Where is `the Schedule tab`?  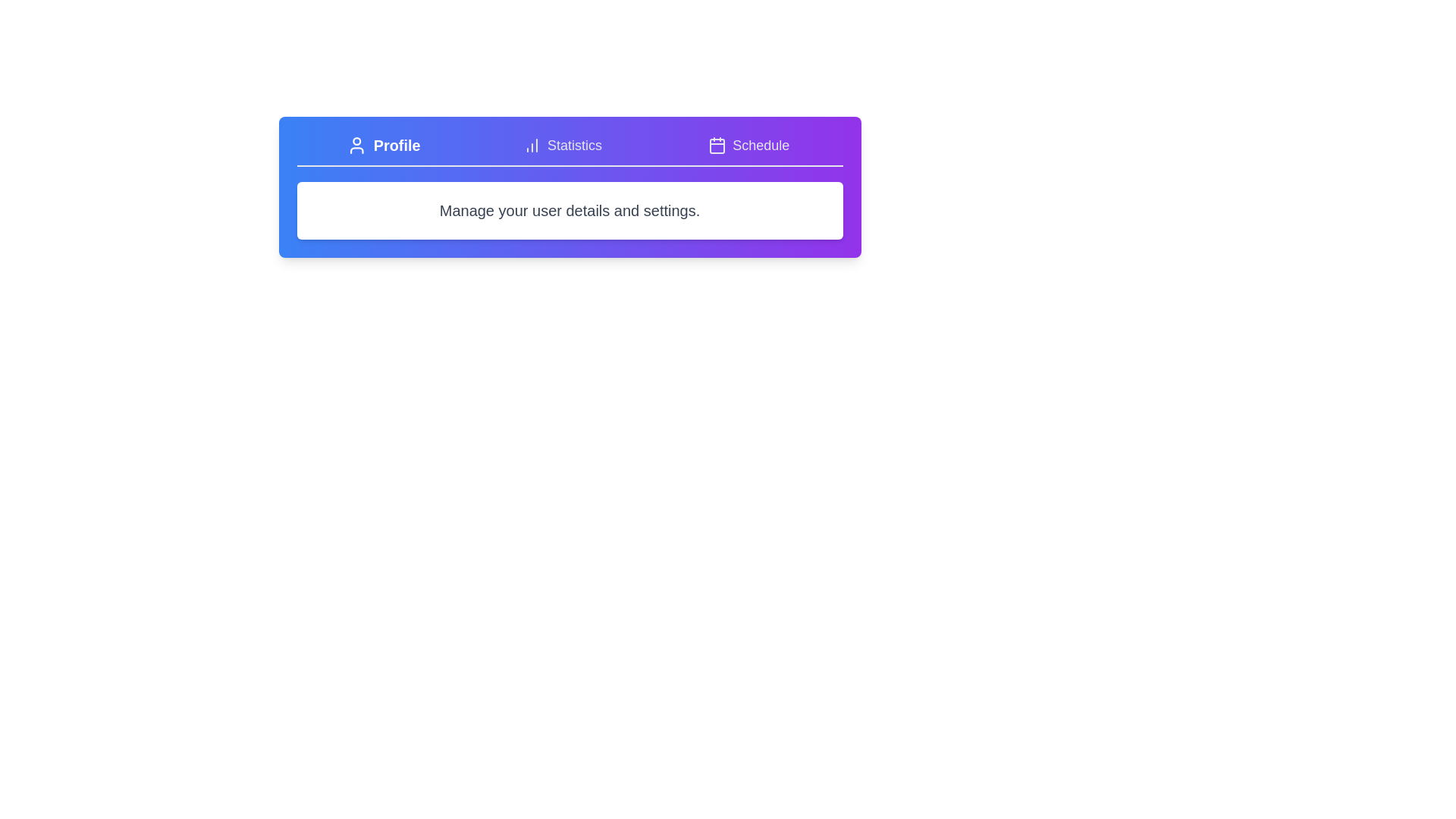
the Schedule tab is located at coordinates (748, 146).